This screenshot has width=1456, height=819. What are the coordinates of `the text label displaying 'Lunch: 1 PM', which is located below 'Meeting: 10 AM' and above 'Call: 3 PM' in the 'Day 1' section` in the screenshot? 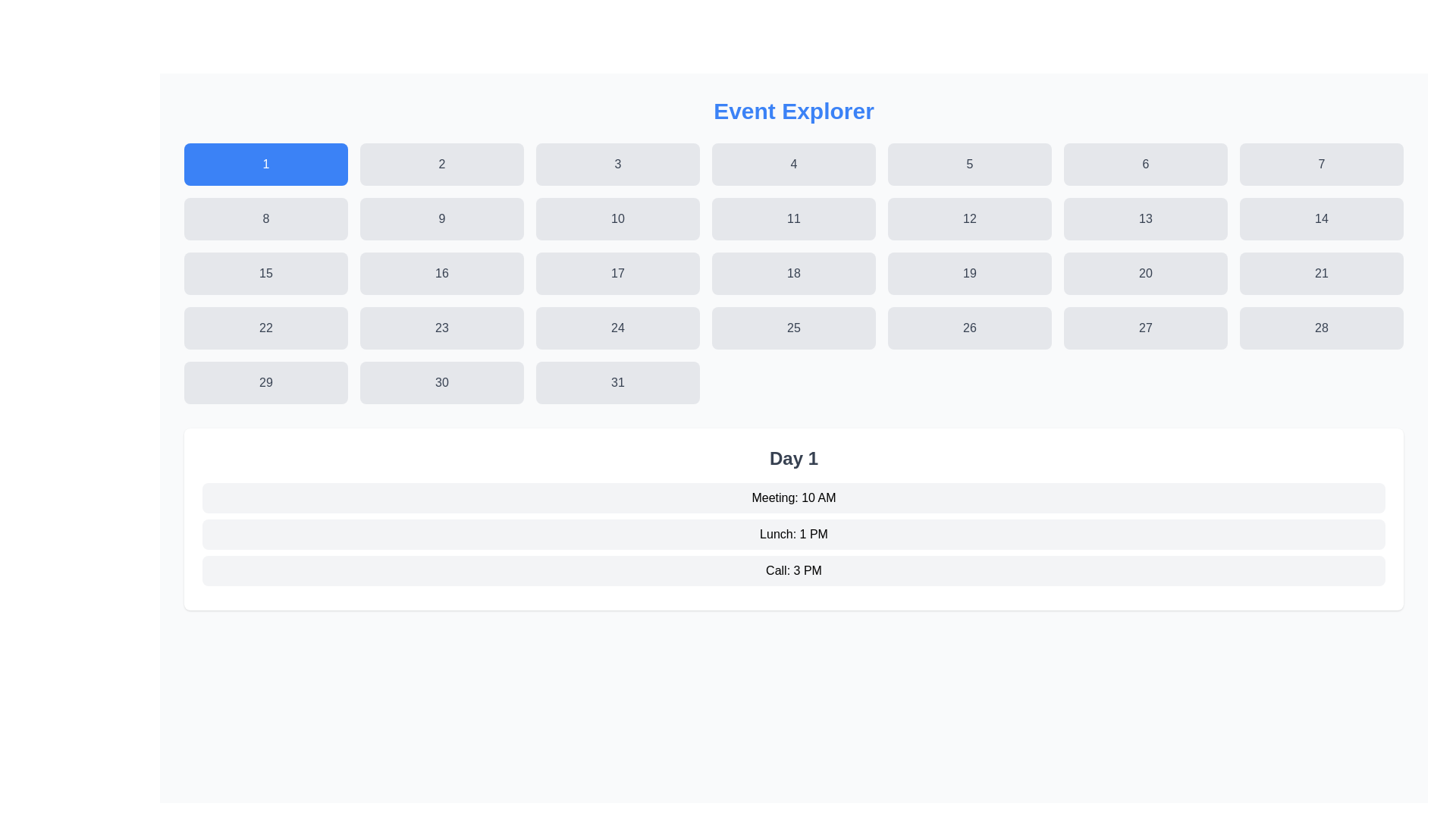 It's located at (792, 534).